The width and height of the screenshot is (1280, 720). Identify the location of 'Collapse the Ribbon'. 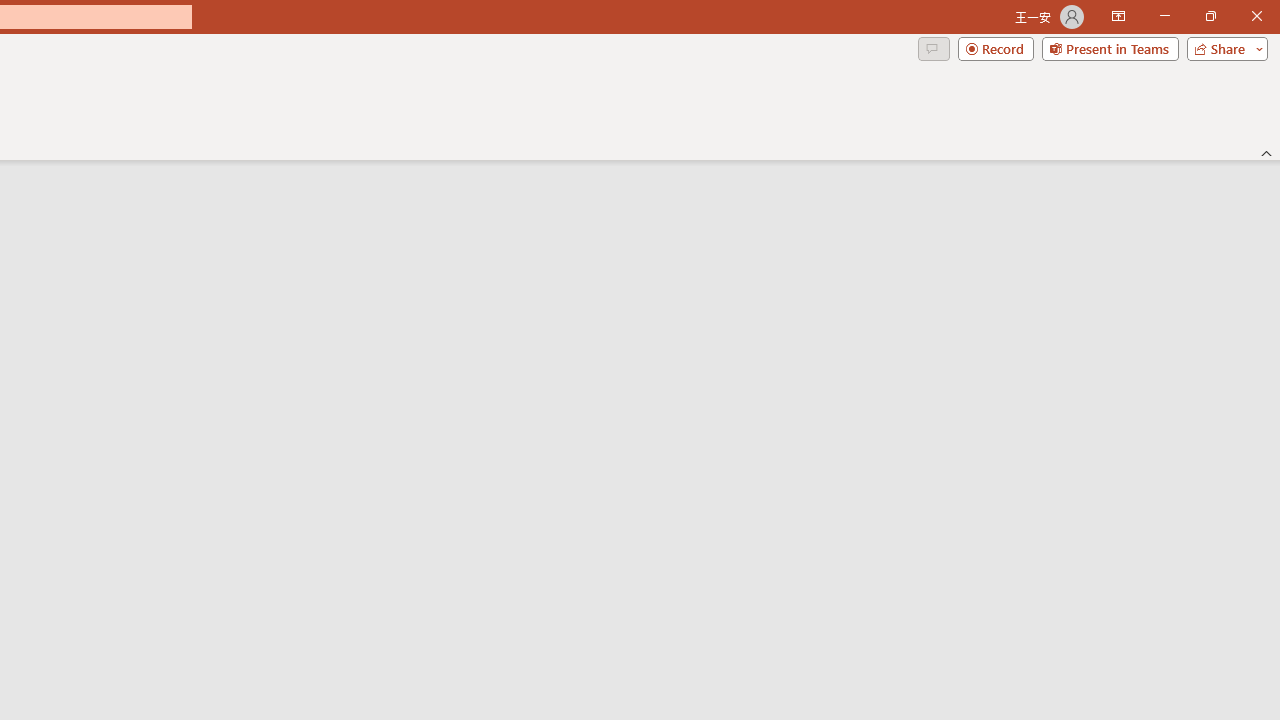
(1266, 152).